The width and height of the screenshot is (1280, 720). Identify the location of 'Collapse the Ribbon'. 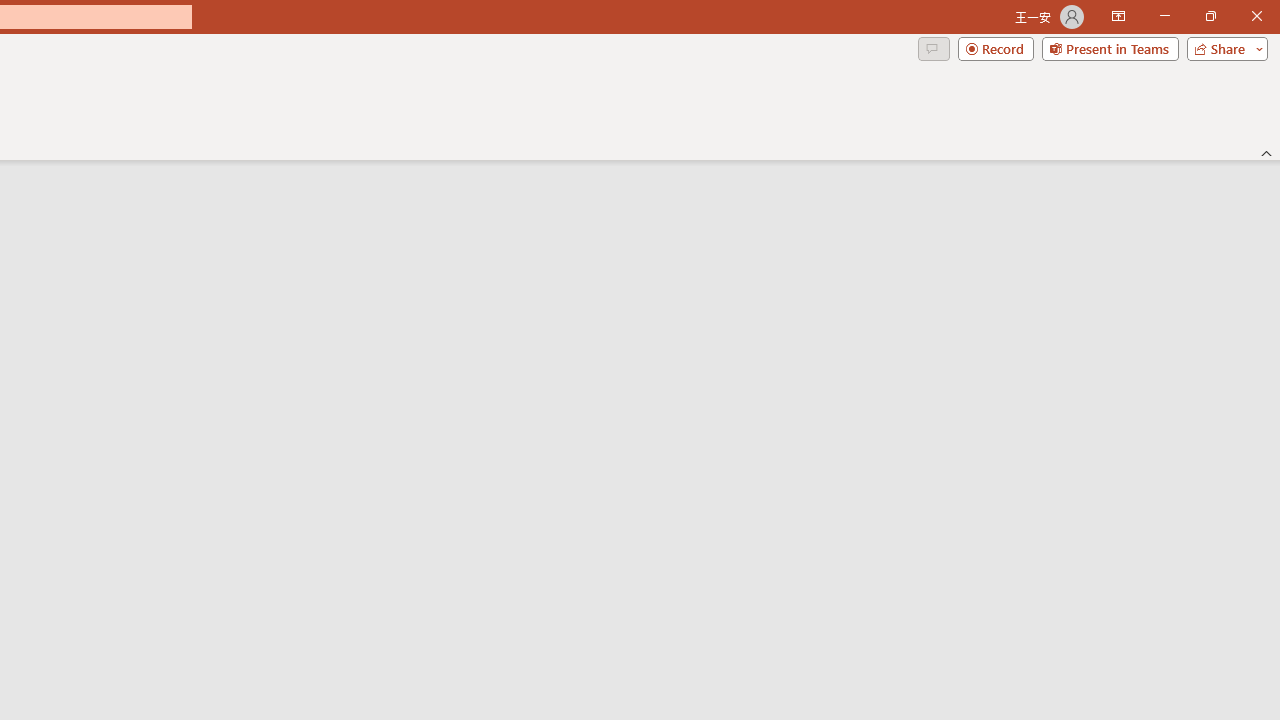
(1266, 152).